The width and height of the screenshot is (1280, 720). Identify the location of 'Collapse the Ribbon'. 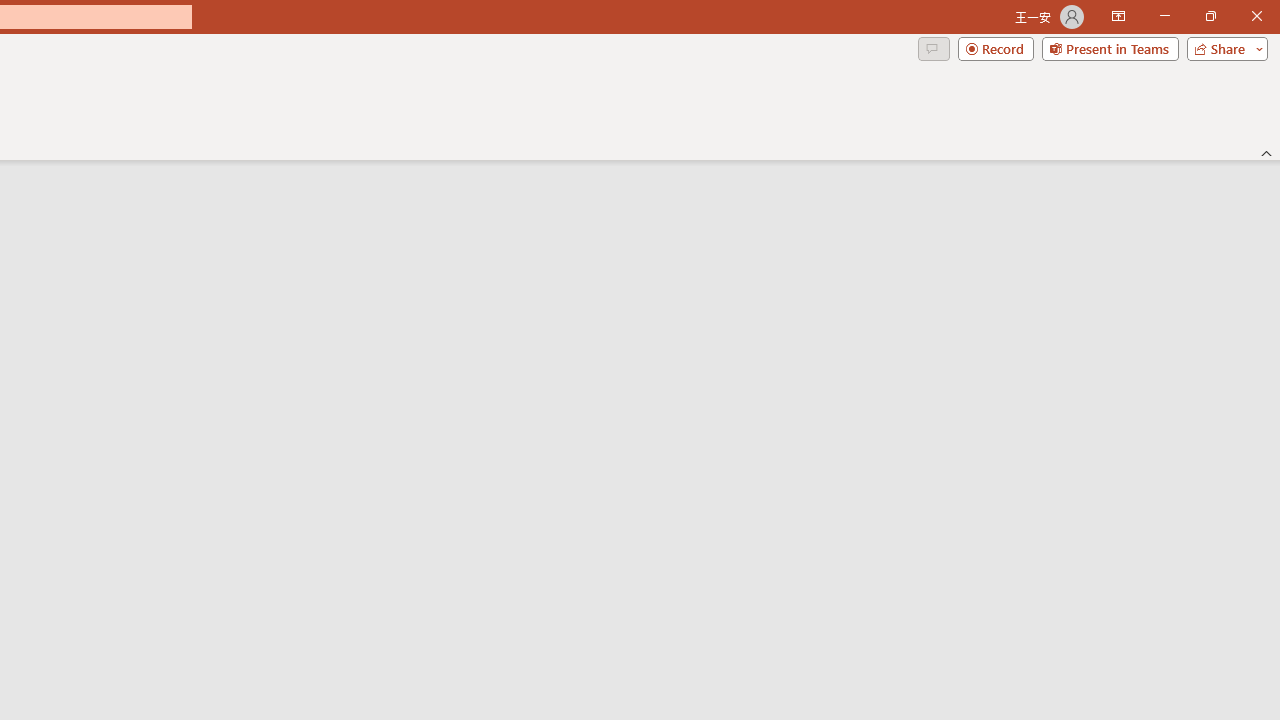
(1266, 152).